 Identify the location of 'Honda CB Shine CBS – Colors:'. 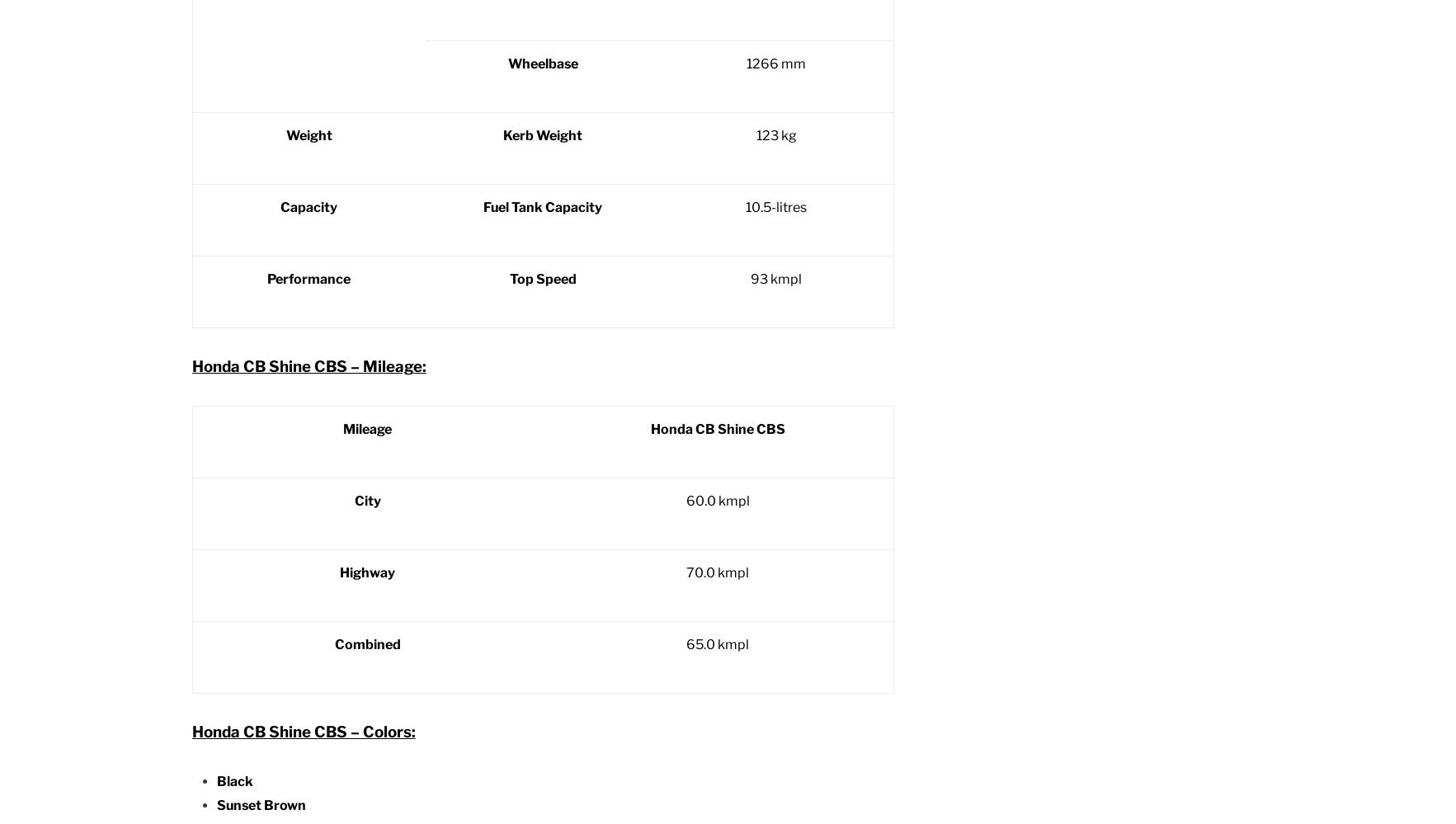
(302, 730).